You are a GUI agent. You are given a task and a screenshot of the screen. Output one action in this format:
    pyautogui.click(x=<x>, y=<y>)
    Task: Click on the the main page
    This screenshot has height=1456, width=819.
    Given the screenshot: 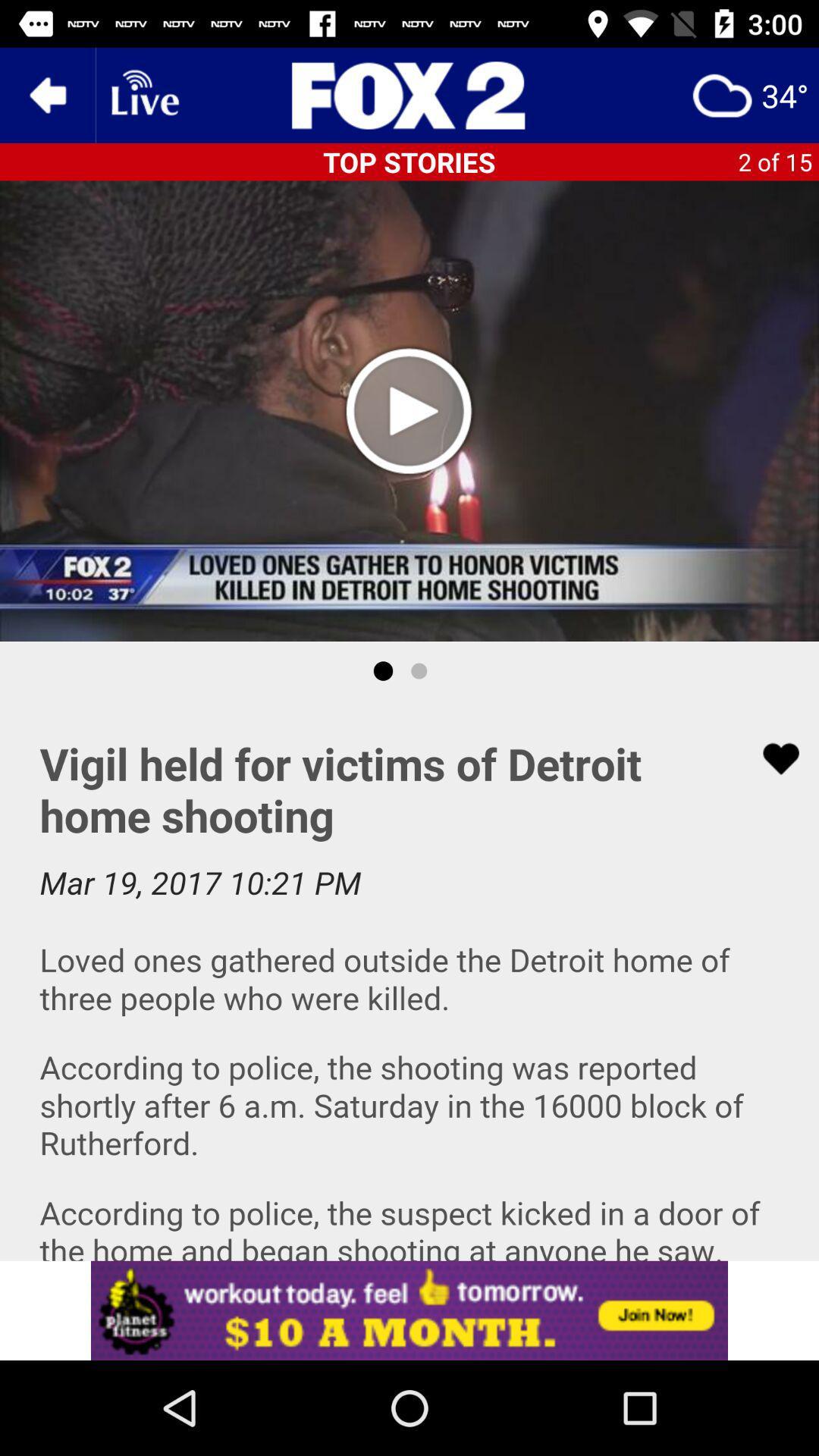 What is the action you would take?
    pyautogui.click(x=409, y=94)
    